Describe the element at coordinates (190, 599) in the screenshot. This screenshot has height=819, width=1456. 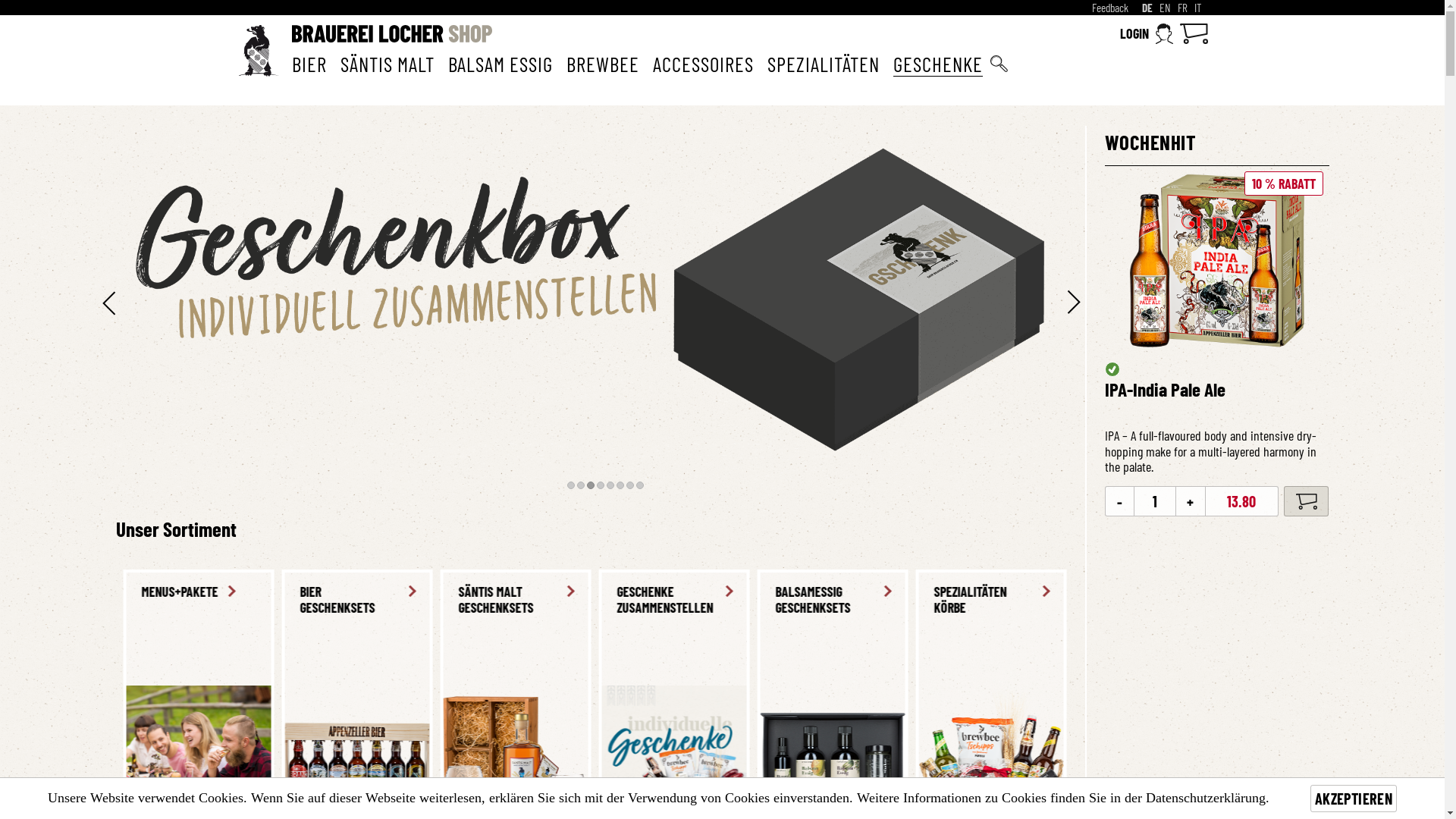
I see `'BALSAMESSIG GESCHENKSETS'` at that location.